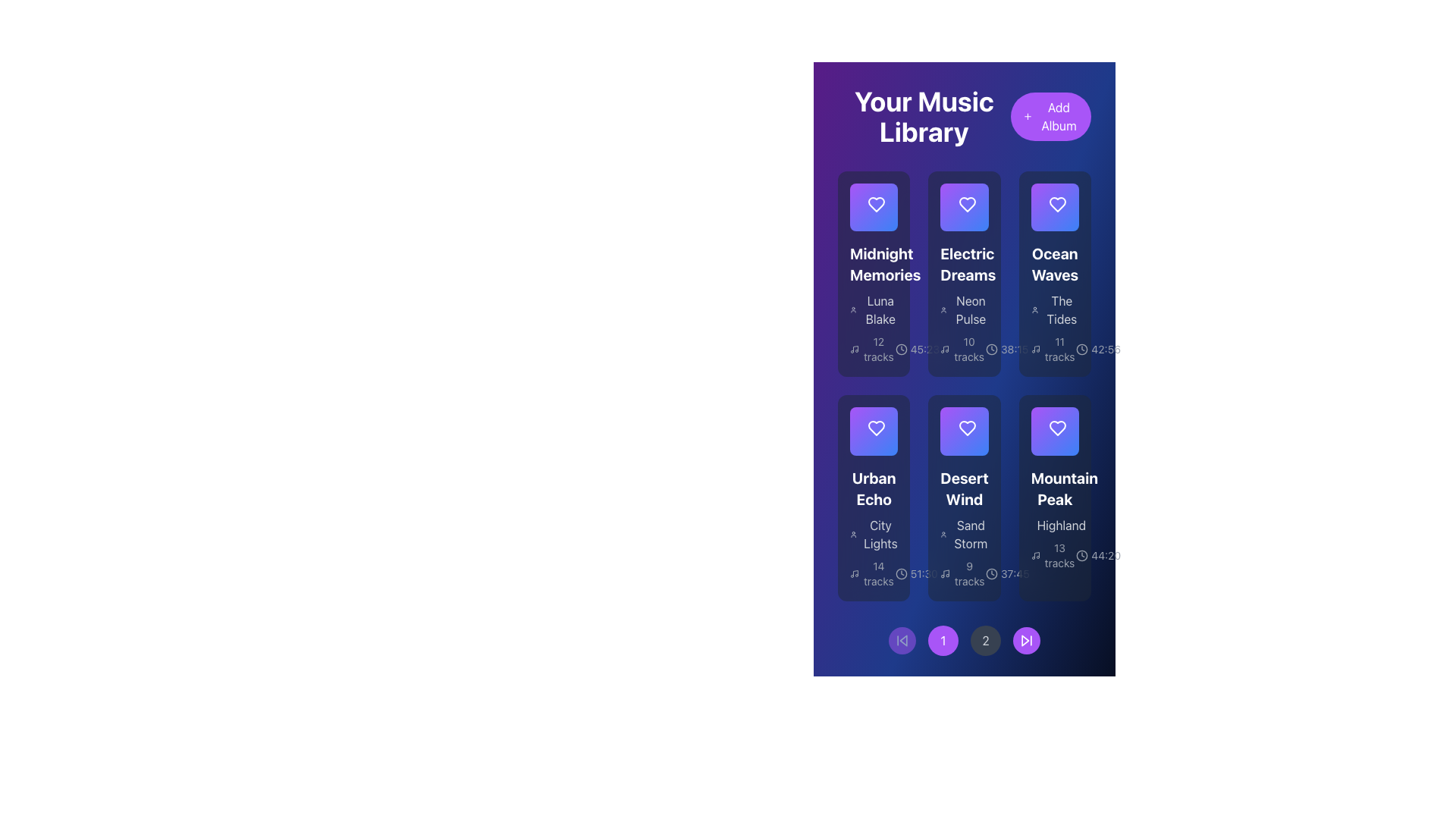 The height and width of the screenshot is (819, 1456). Describe the element at coordinates (971, 533) in the screenshot. I see `the text label providing additional context for the 'Desert Wind' tile, located centrally below the title` at that location.